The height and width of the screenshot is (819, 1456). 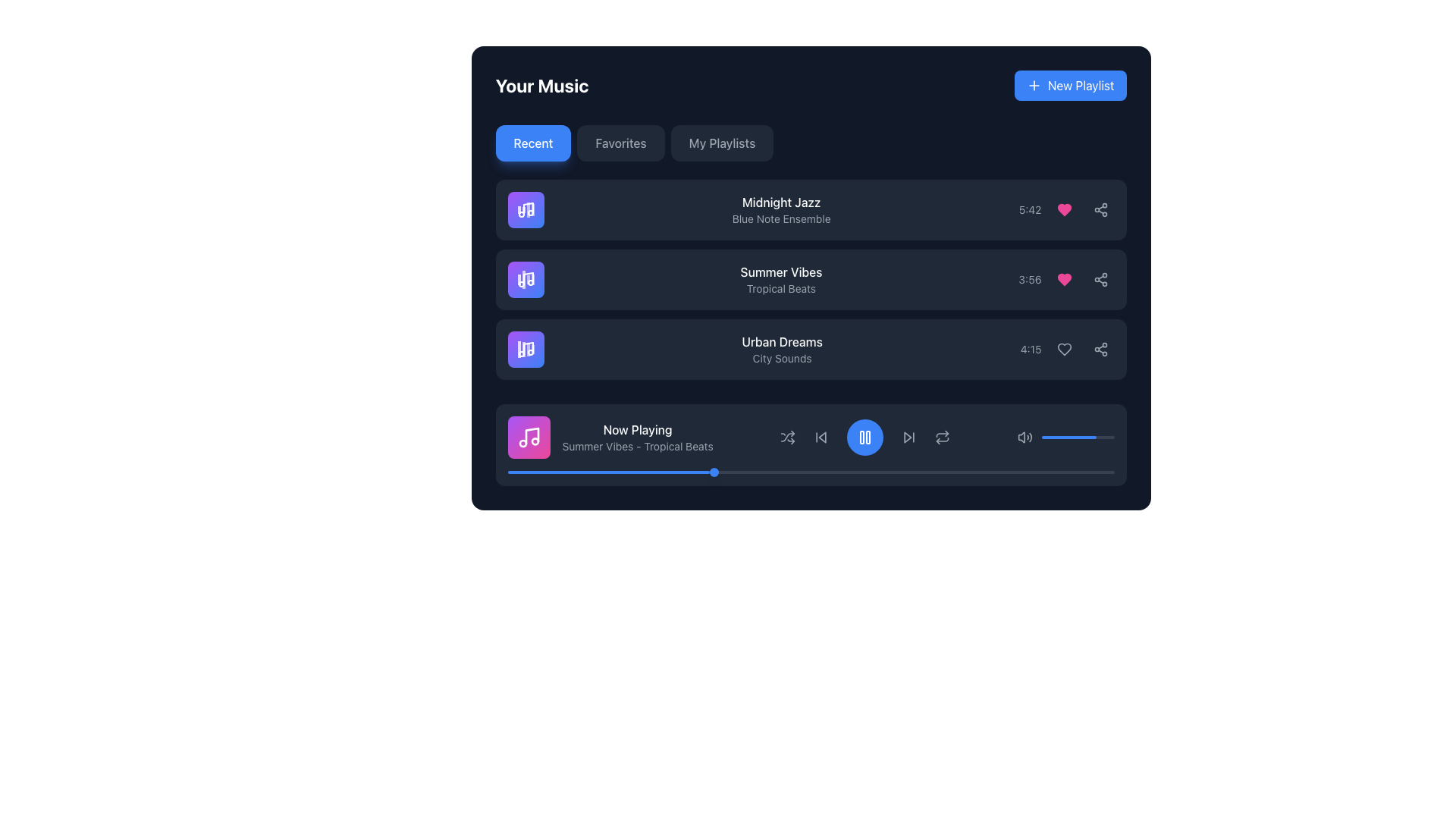 What do you see at coordinates (1030, 280) in the screenshot?
I see `the text label displaying the duration of the song 'Summer Vibes', which shows '3:56', located in the second song row, between the title/artist text and the heart-shaped icon` at bounding box center [1030, 280].